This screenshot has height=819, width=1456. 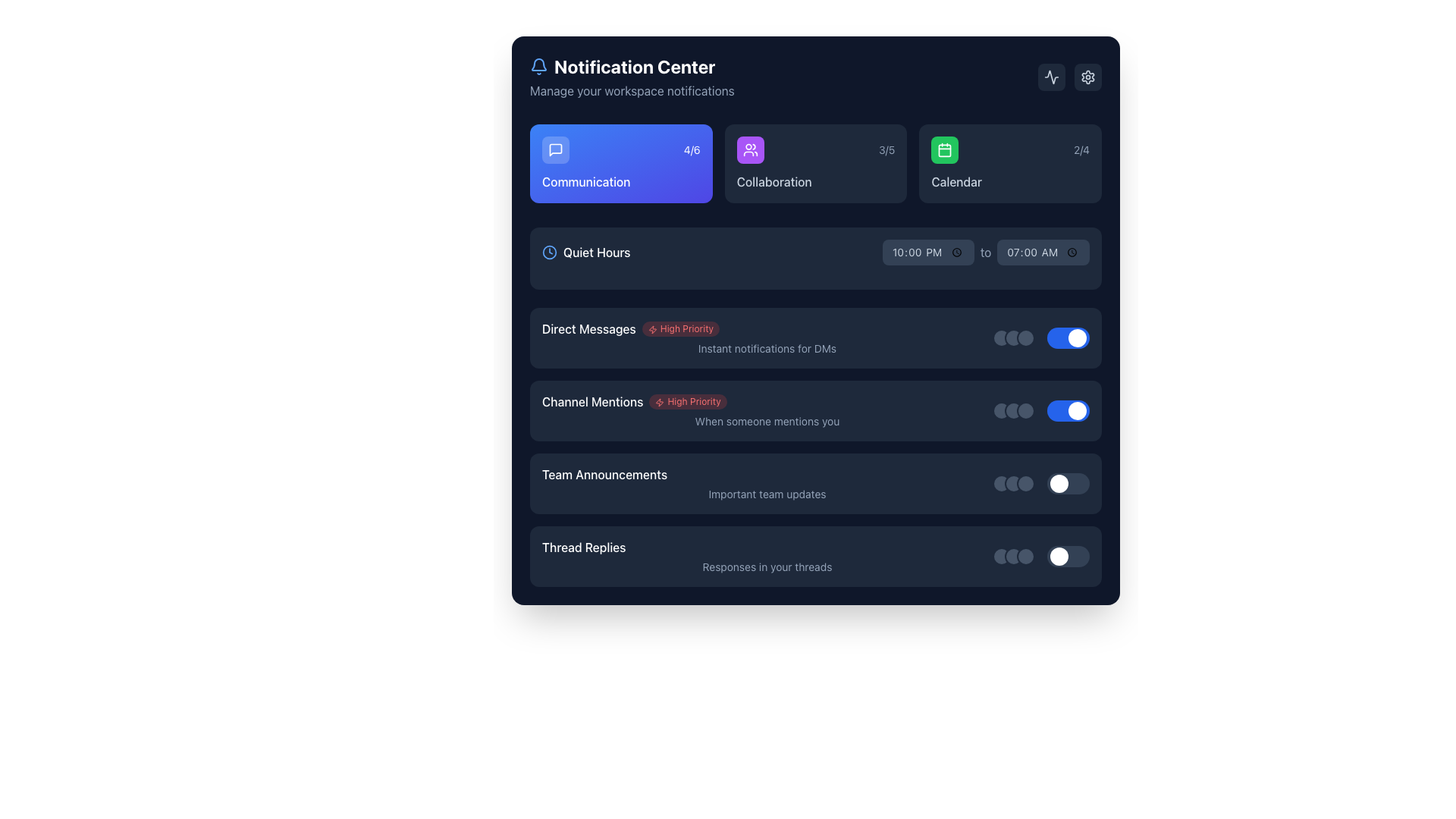 What do you see at coordinates (596, 251) in the screenshot?
I see `the 'Quiet Hours' text label in the Notification Center's Communication tab, which is adjacent to a clock icon` at bounding box center [596, 251].